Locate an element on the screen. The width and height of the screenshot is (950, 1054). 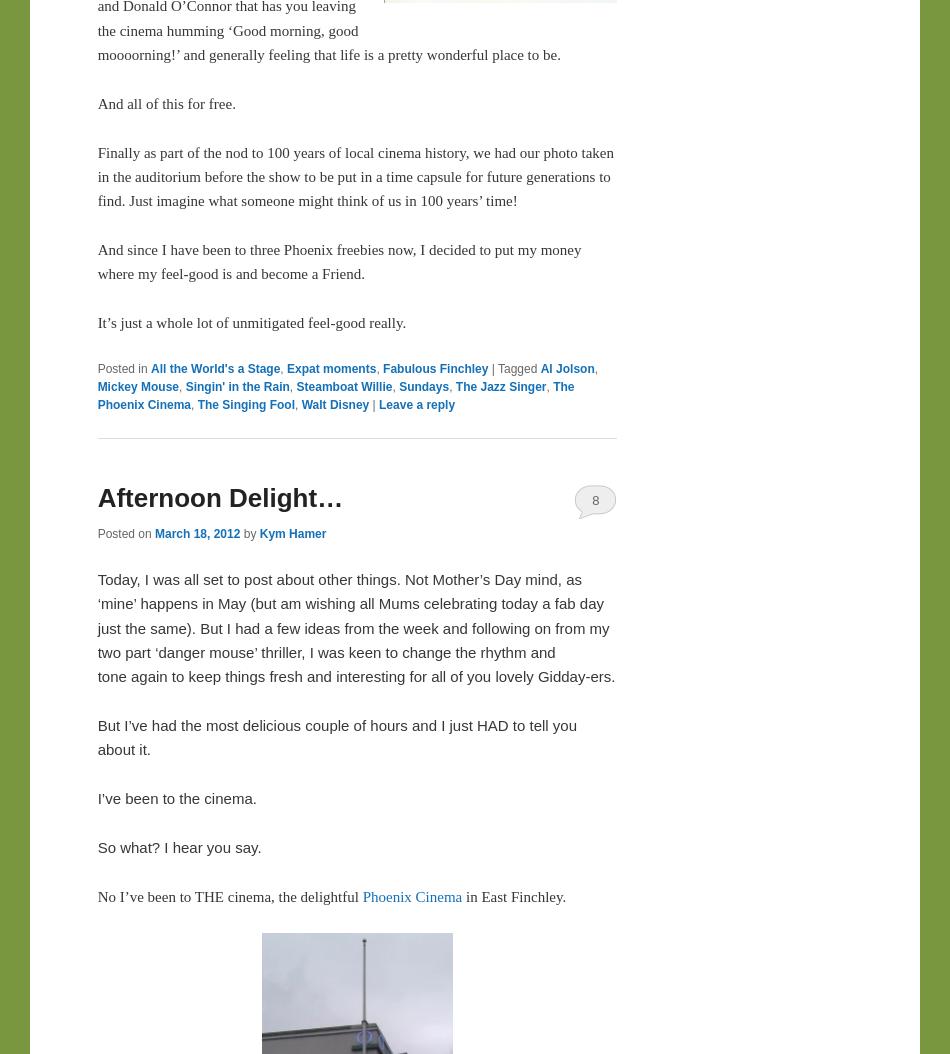
'March 18, 2012' is located at coordinates (197, 533).